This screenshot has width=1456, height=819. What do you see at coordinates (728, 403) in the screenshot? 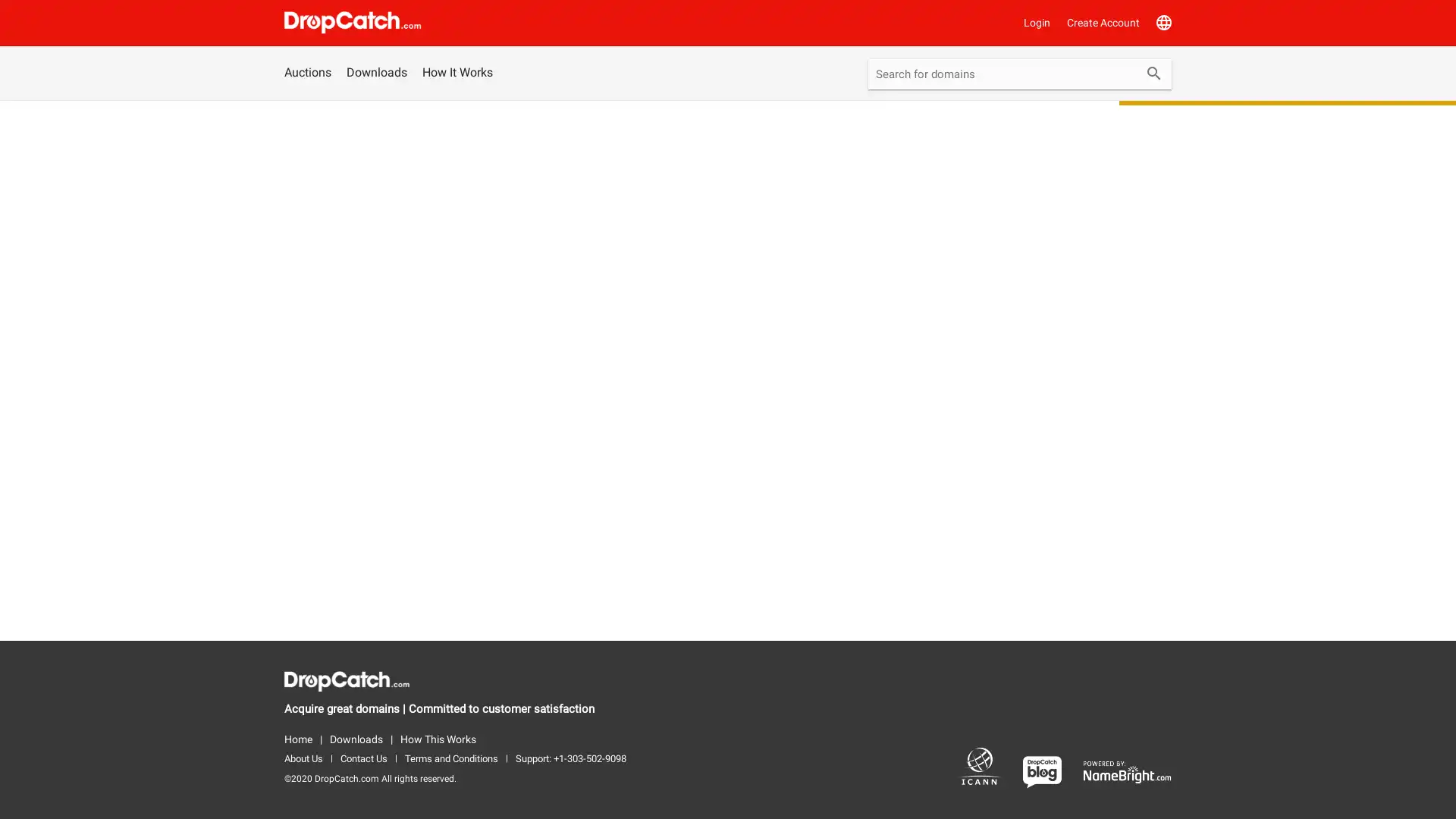
I see `WhoIs Lookup   exit_to_app` at bounding box center [728, 403].